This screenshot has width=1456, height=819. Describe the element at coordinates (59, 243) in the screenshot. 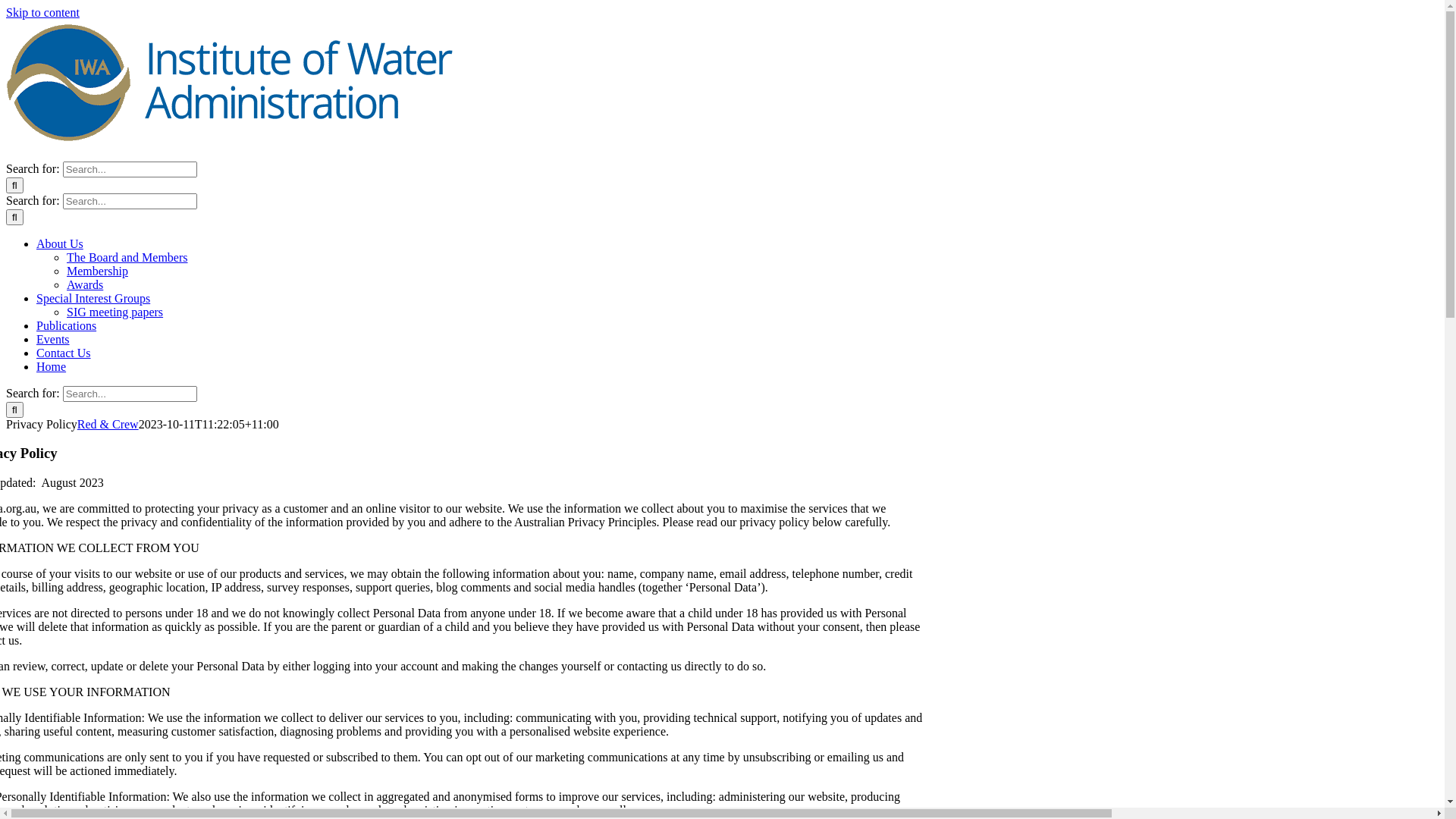

I see `'About Us'` at that location.